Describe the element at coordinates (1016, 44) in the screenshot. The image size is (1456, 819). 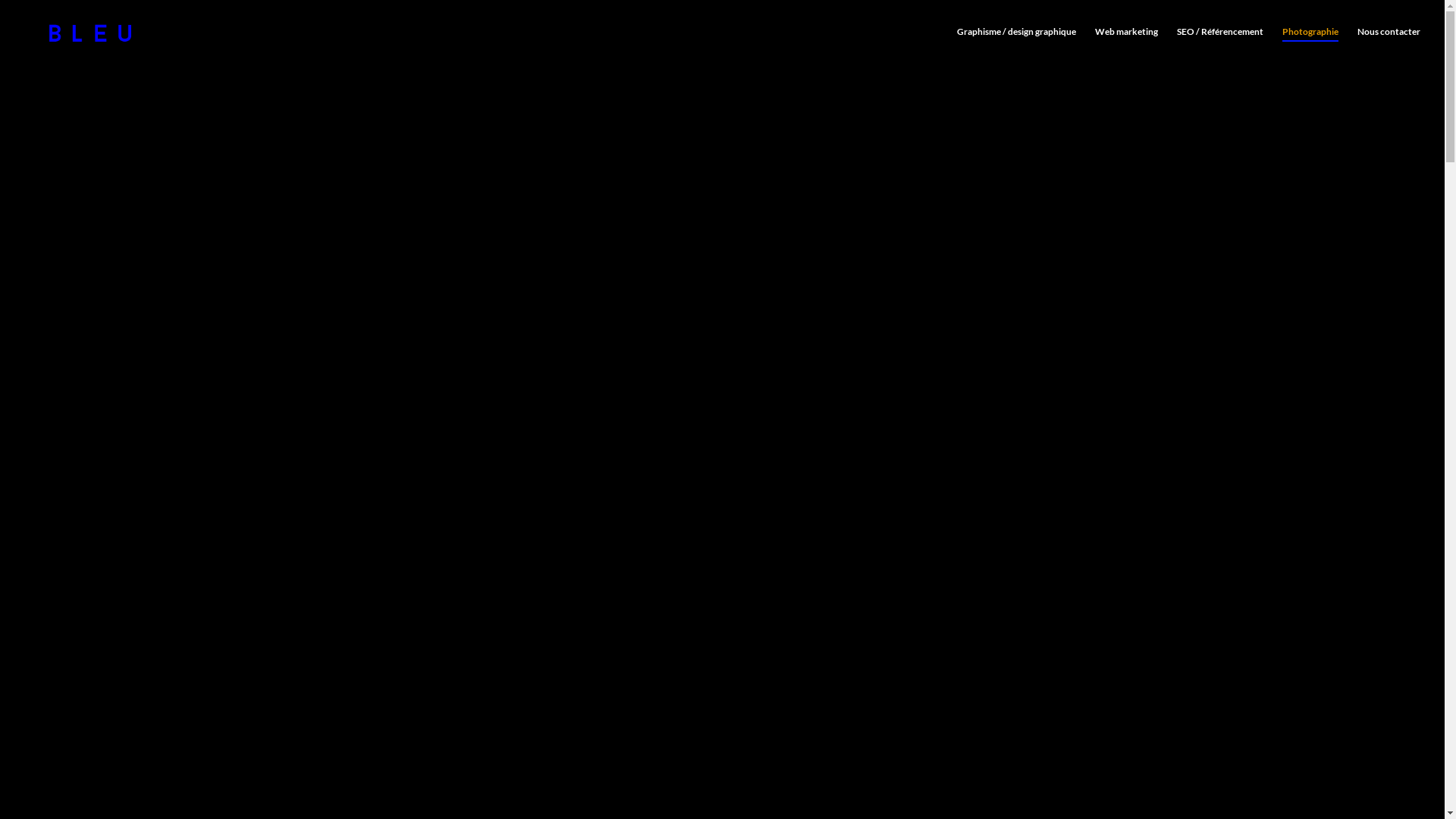
I see `'Graphisme / design graphique'` at that location.